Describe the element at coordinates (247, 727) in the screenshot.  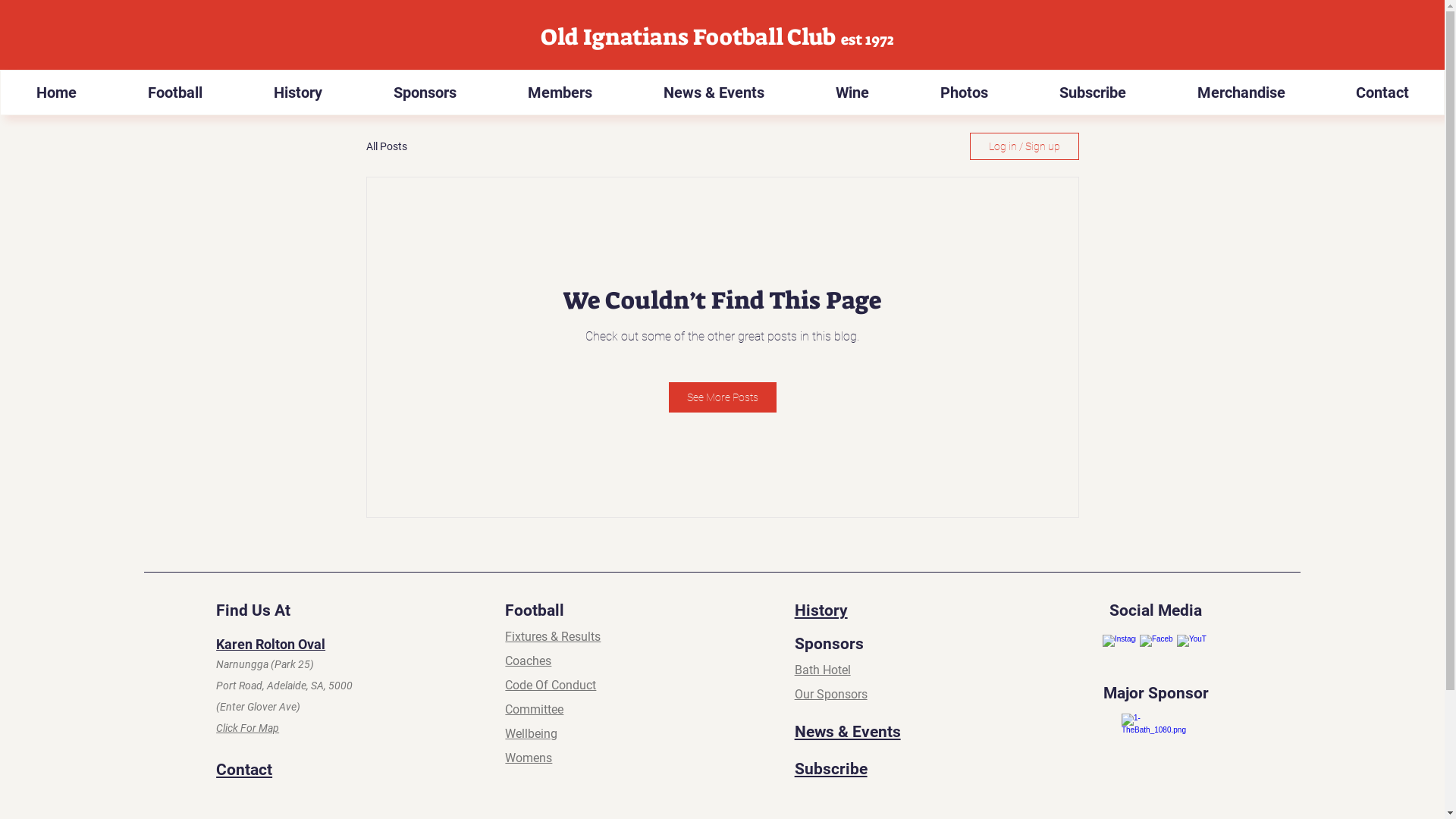
I see `'Click For Map'` at that location.